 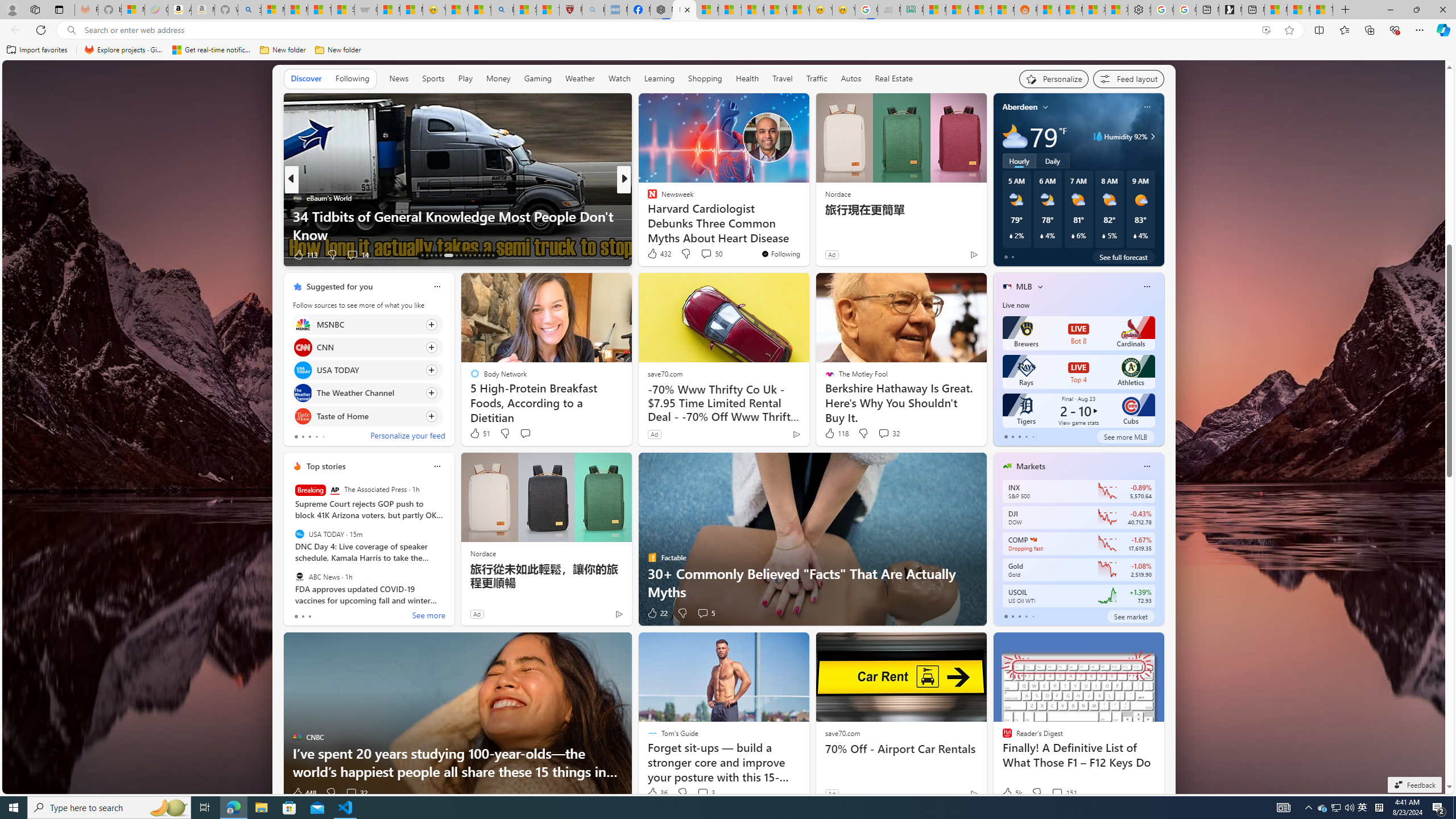 What do you see at coordinates (816, 78) in the screenshot?
I see `'Traffic'` at bounding box center [816, 78].